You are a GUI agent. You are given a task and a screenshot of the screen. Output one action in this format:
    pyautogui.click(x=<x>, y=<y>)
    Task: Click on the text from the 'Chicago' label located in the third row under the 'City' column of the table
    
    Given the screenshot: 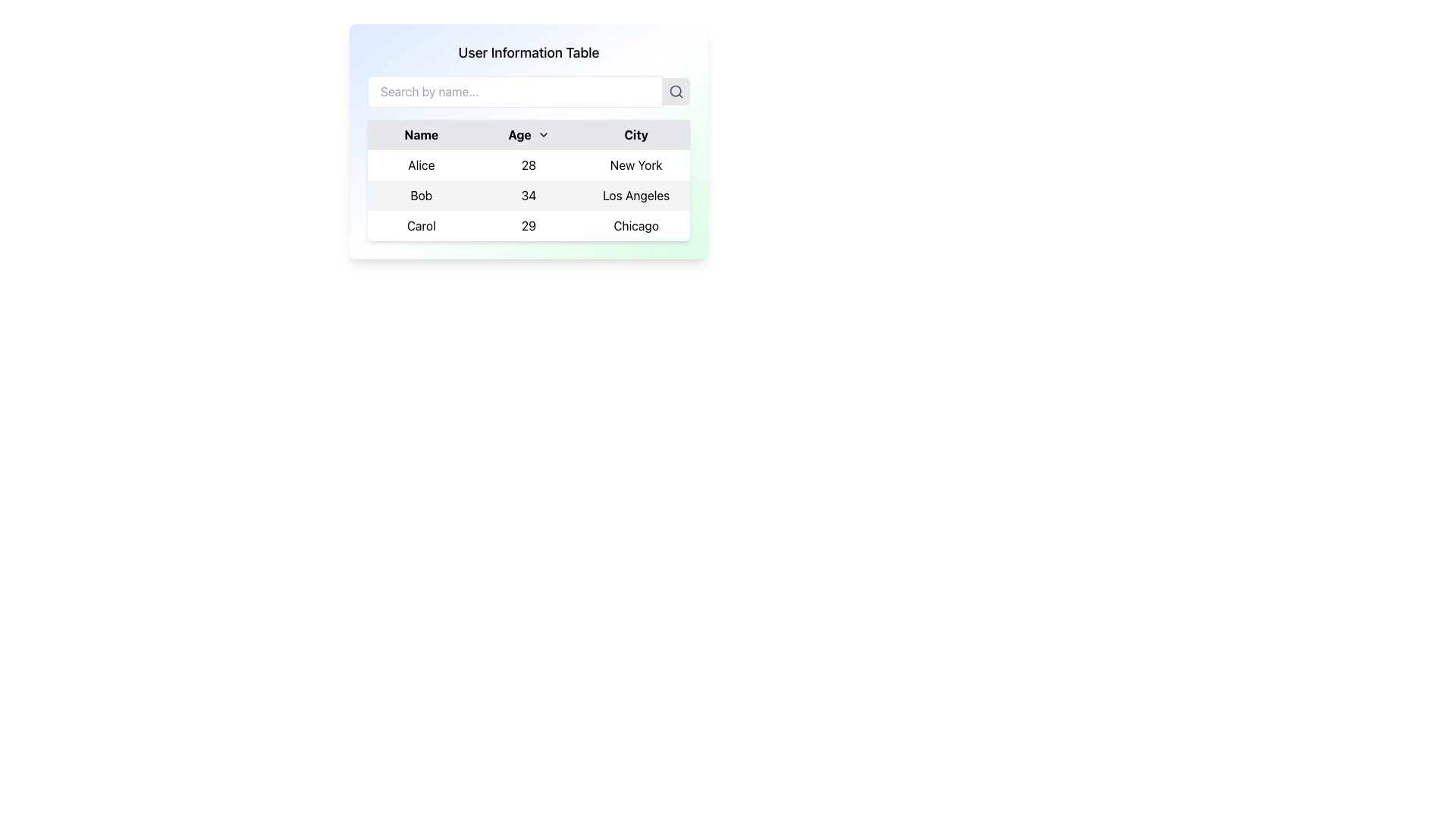 What is the action you would take?
    pyautogui.click(x=636, y=225)
    